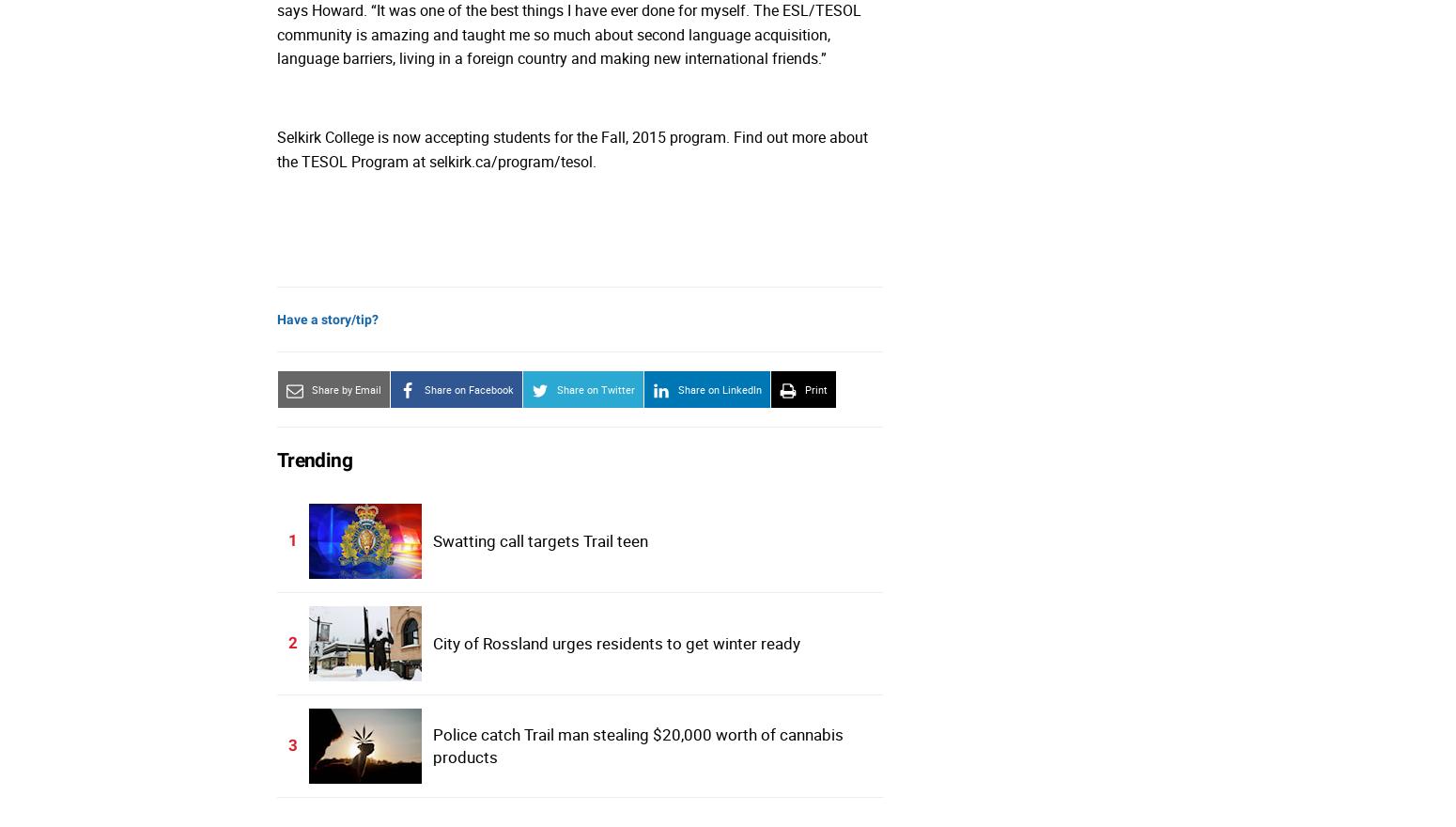 This screenshot has width=1456, height=827. What do you see at coordinates (346, 389) in the screenshot?
I see `'Share by Email'` at bounding box center [346, 389].